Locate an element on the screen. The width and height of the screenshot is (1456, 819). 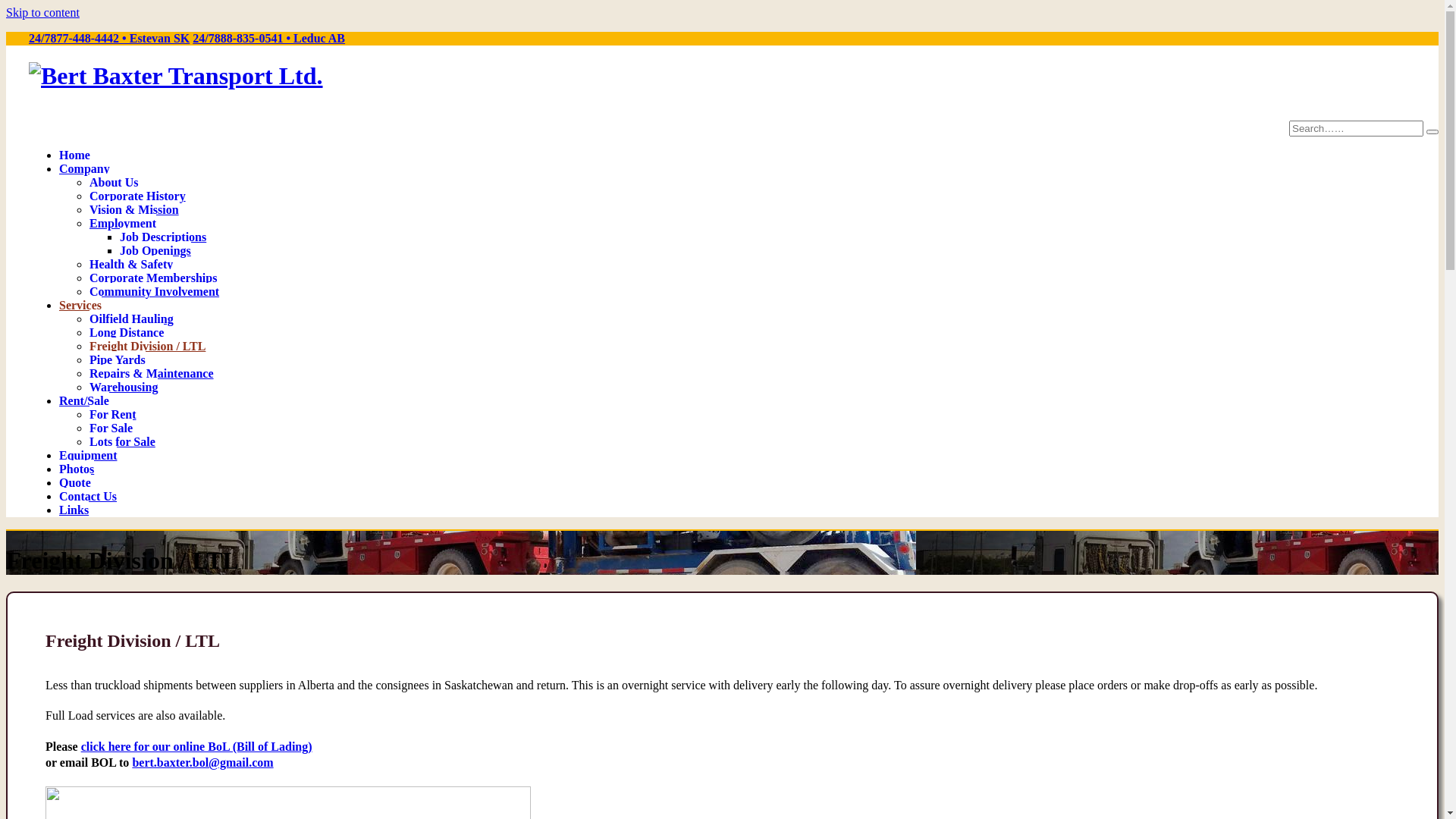
'About Us' is located at coordinates (112, 180).